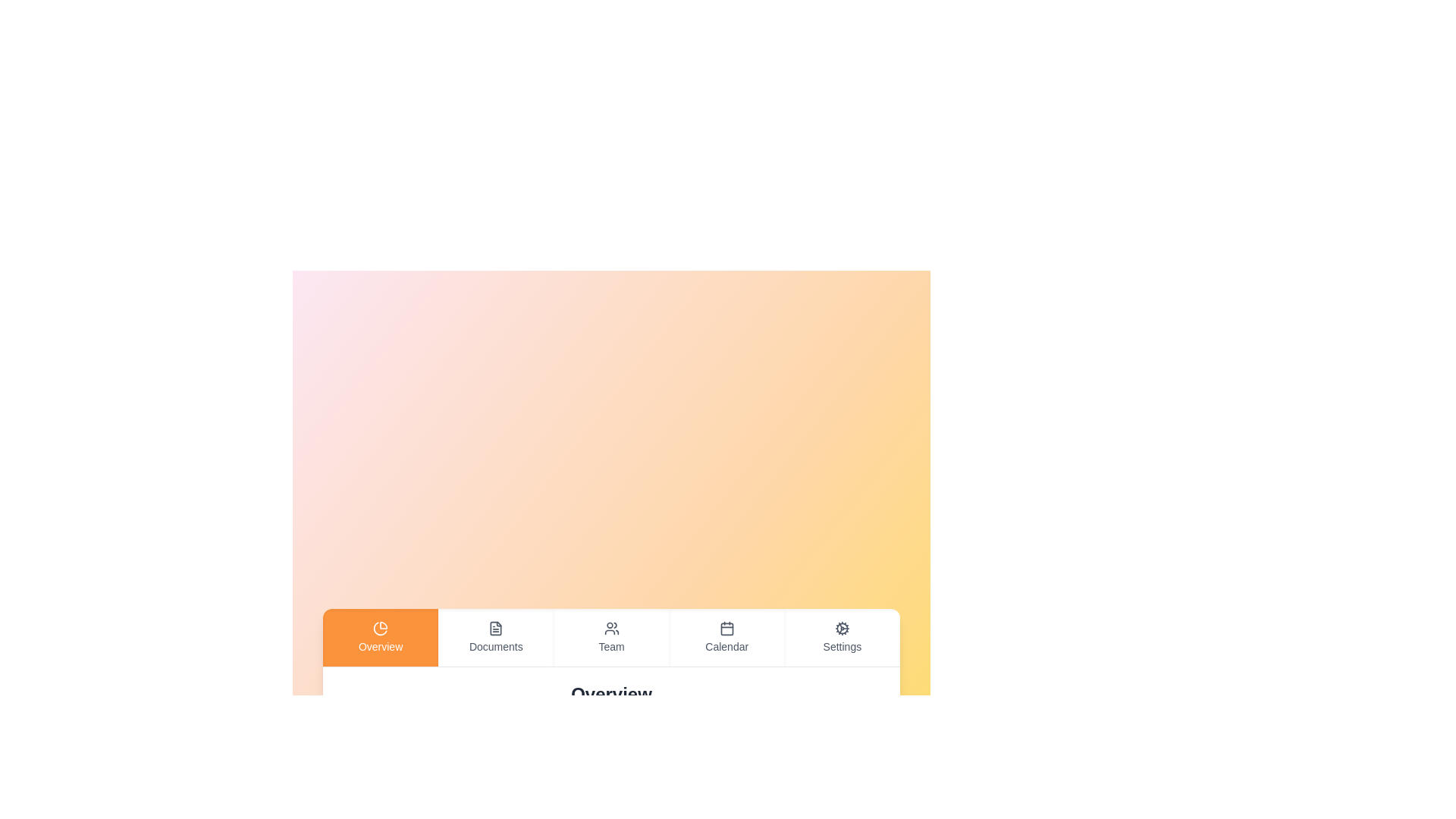 The image size is (1456, 819). I want to click on the 'Overview' text label in the navigation menu, which identifies the tab and is located below a pie chart icon within an orange tab, so click(381, 646).